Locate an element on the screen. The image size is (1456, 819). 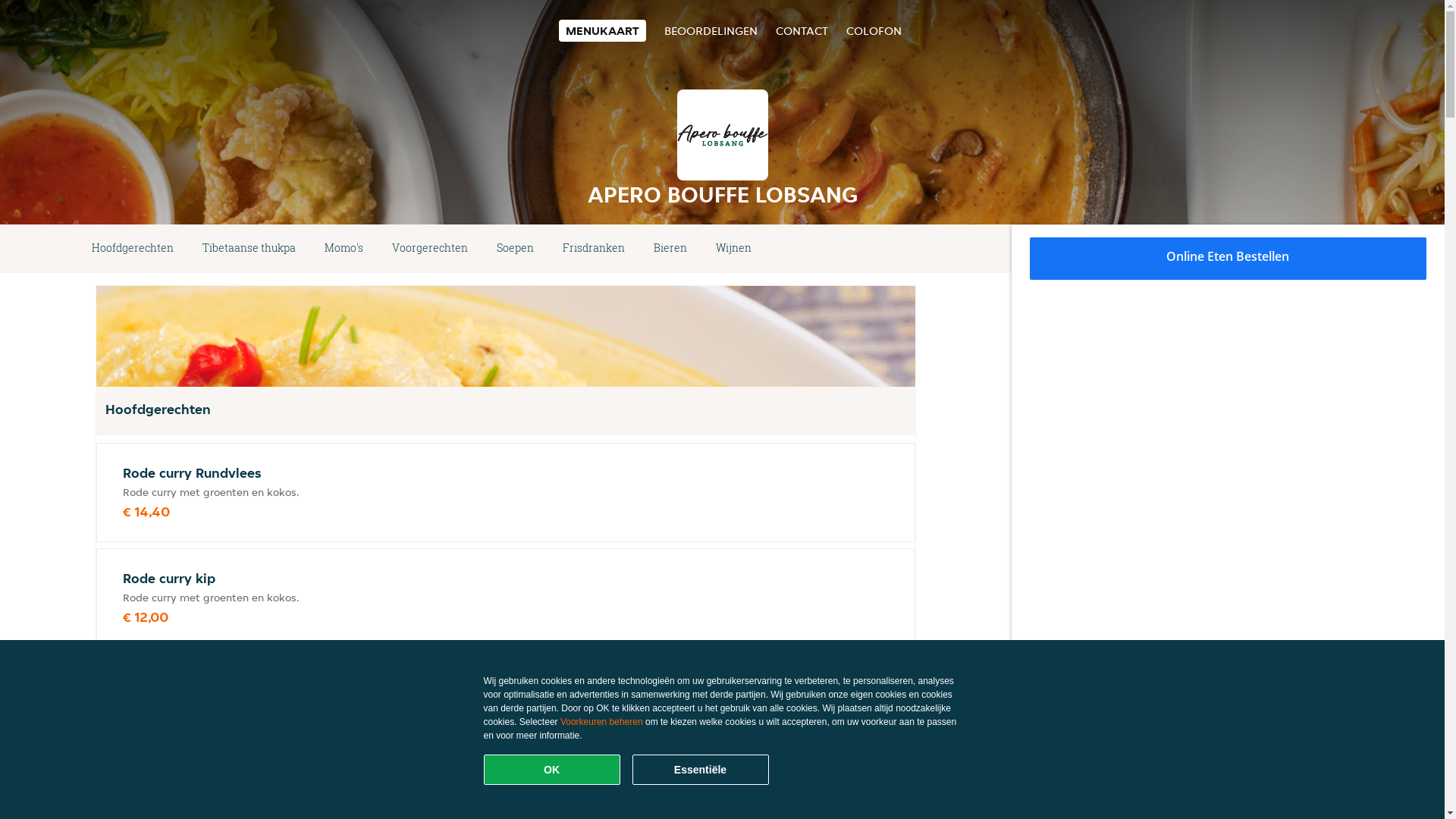
'Frisdranken' is located at coordinates (592, 247).